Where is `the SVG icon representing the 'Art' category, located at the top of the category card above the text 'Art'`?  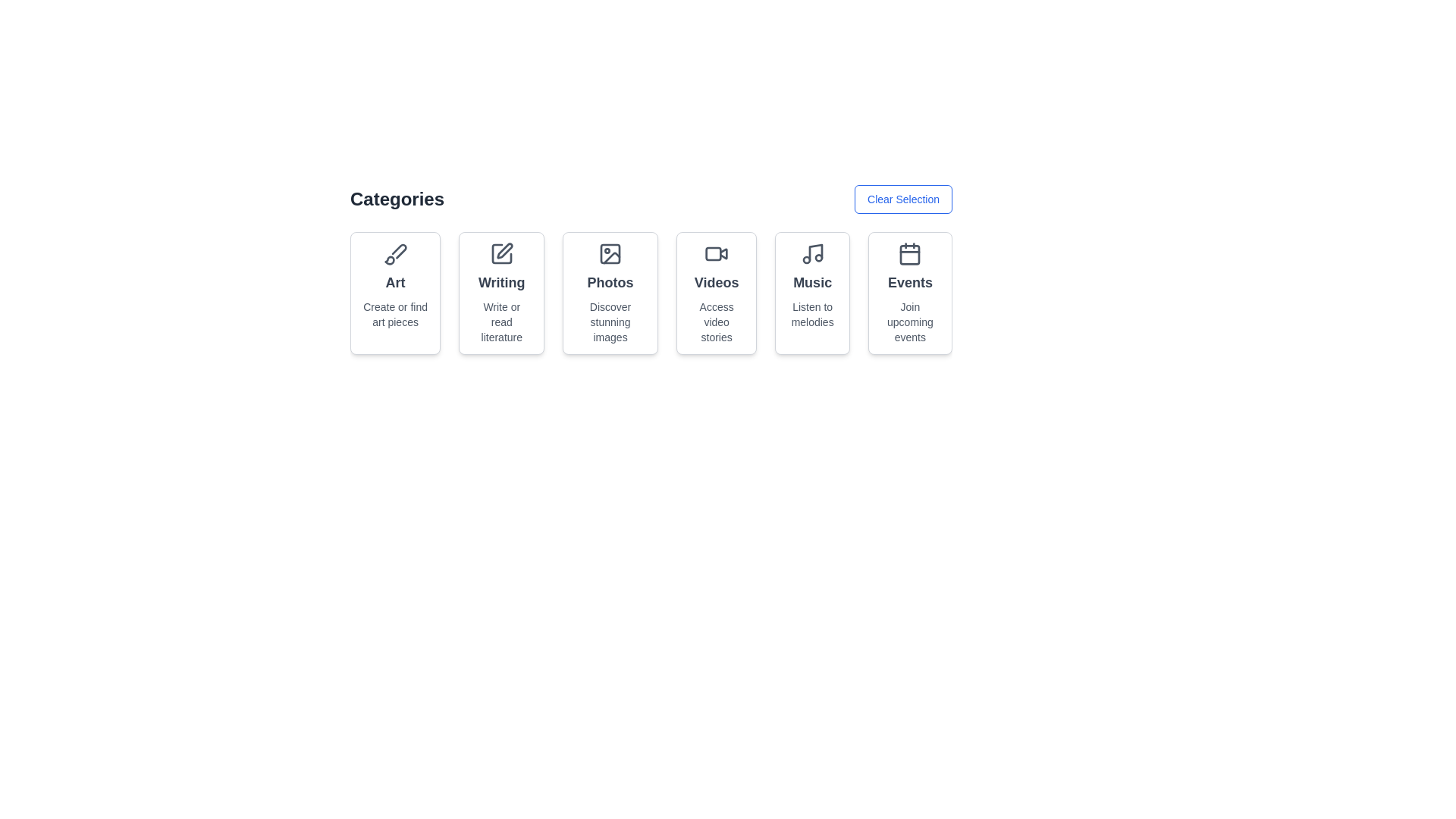 the SVG icon representing the 'Art' category, located at the top of the category card above the text 'Art' is located at coordinates (395, 253).